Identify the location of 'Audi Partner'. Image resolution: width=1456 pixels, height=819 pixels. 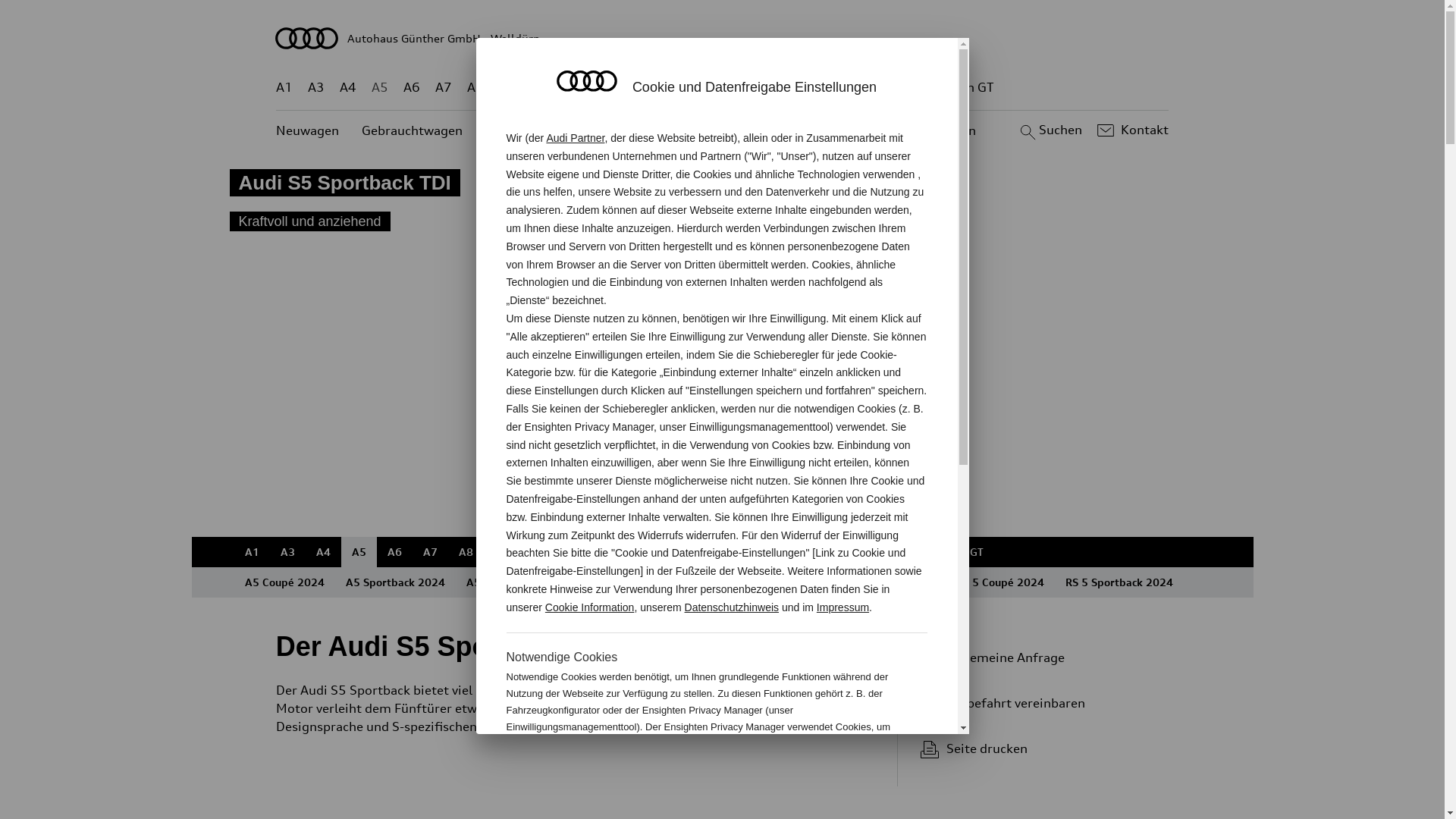
(574, 137).